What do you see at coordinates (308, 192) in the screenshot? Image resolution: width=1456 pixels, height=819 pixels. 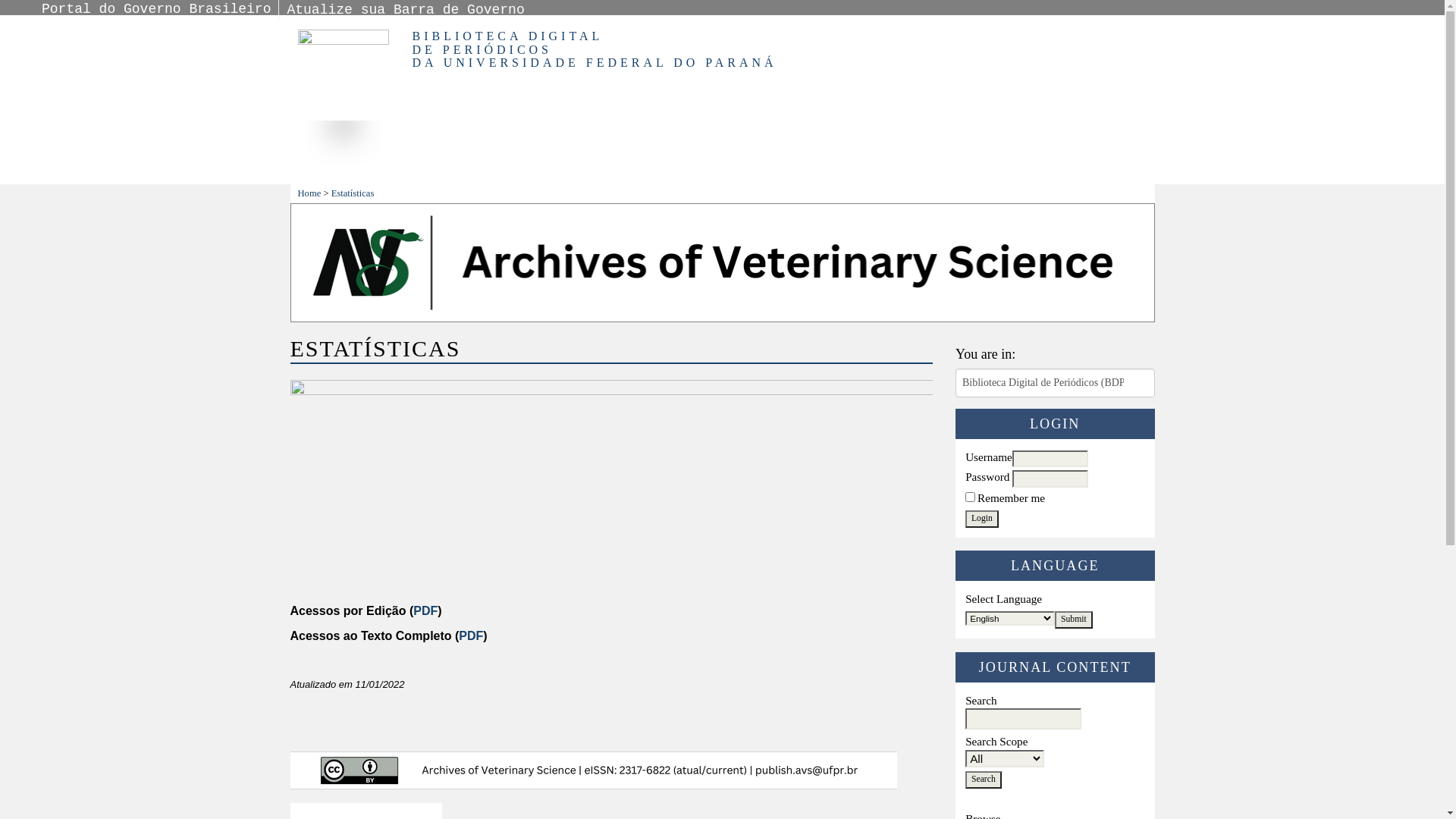 I see `'Home'` at bounding box center [308, 192].